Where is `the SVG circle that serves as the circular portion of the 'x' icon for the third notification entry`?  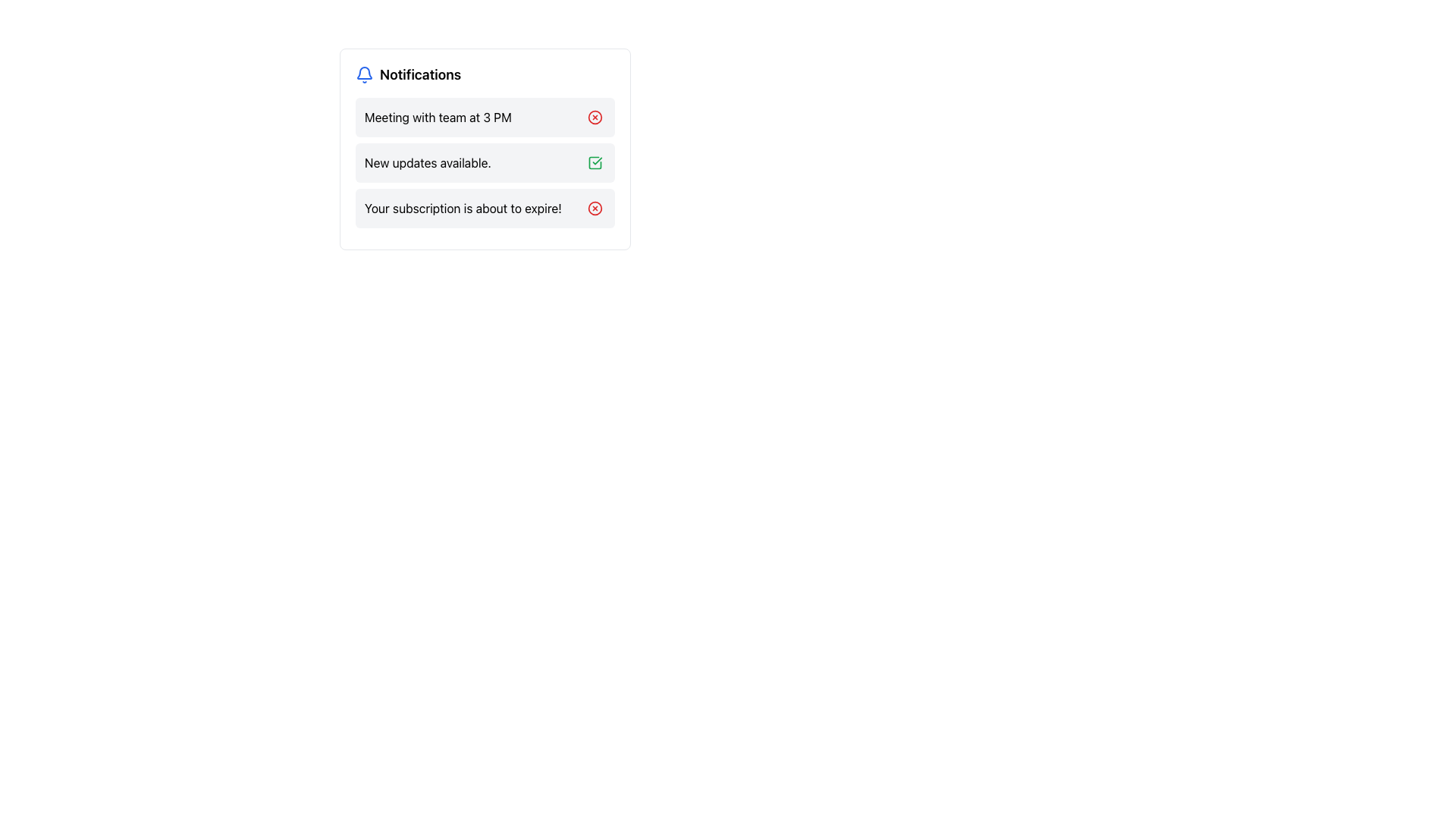
the SVG circle that serves as the circular portion of the 'x' icon for the third notification entry is located at coordinates (595, 208).